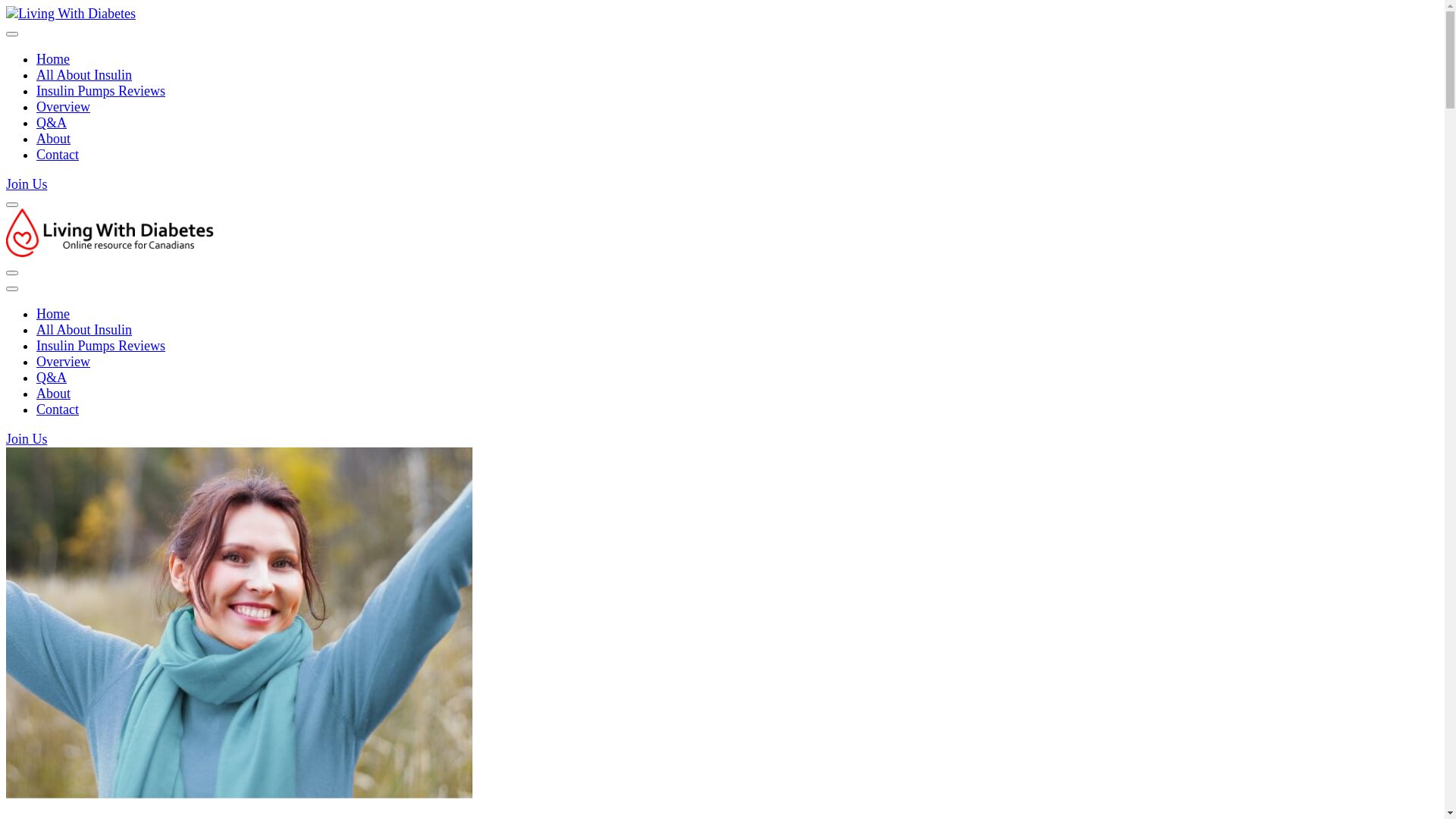  What do you see at coordinates (112, 291) in the screenshot?
I see `'Living With Diabetes'` at bounding box center [112, 291].